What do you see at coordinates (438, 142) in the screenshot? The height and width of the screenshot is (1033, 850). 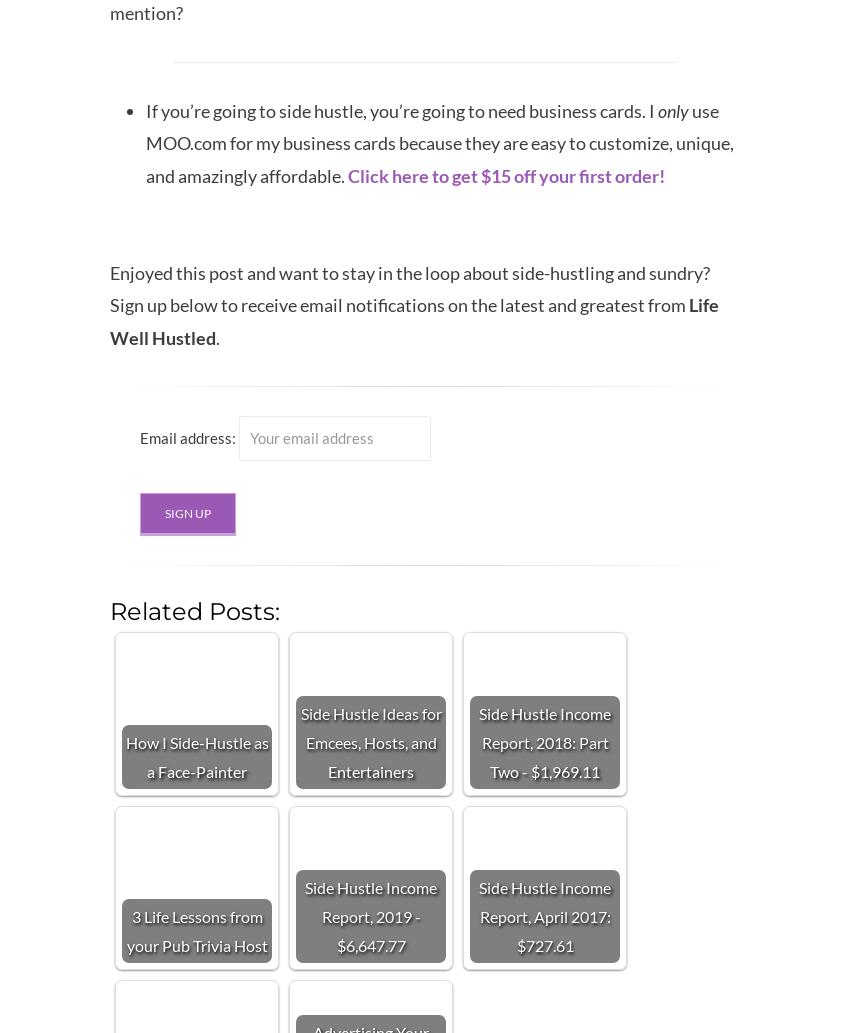 I see `'use MOO.com for my business cards because they are easy to customize, unique, and amazingly affordable.'` at bounding box center [438, 142].